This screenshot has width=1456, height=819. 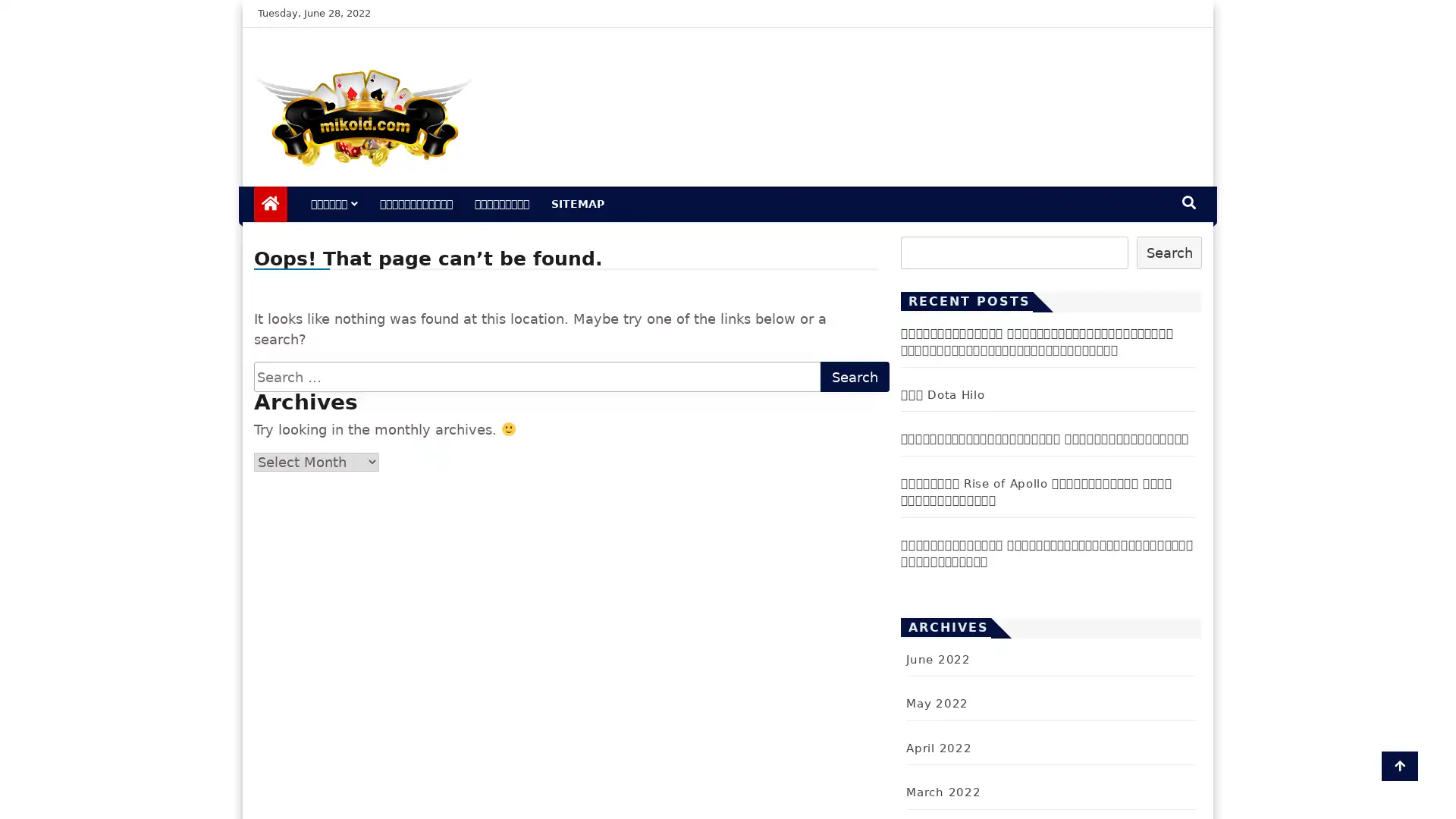 I want to click on Search, so click(x=1168, y=251).